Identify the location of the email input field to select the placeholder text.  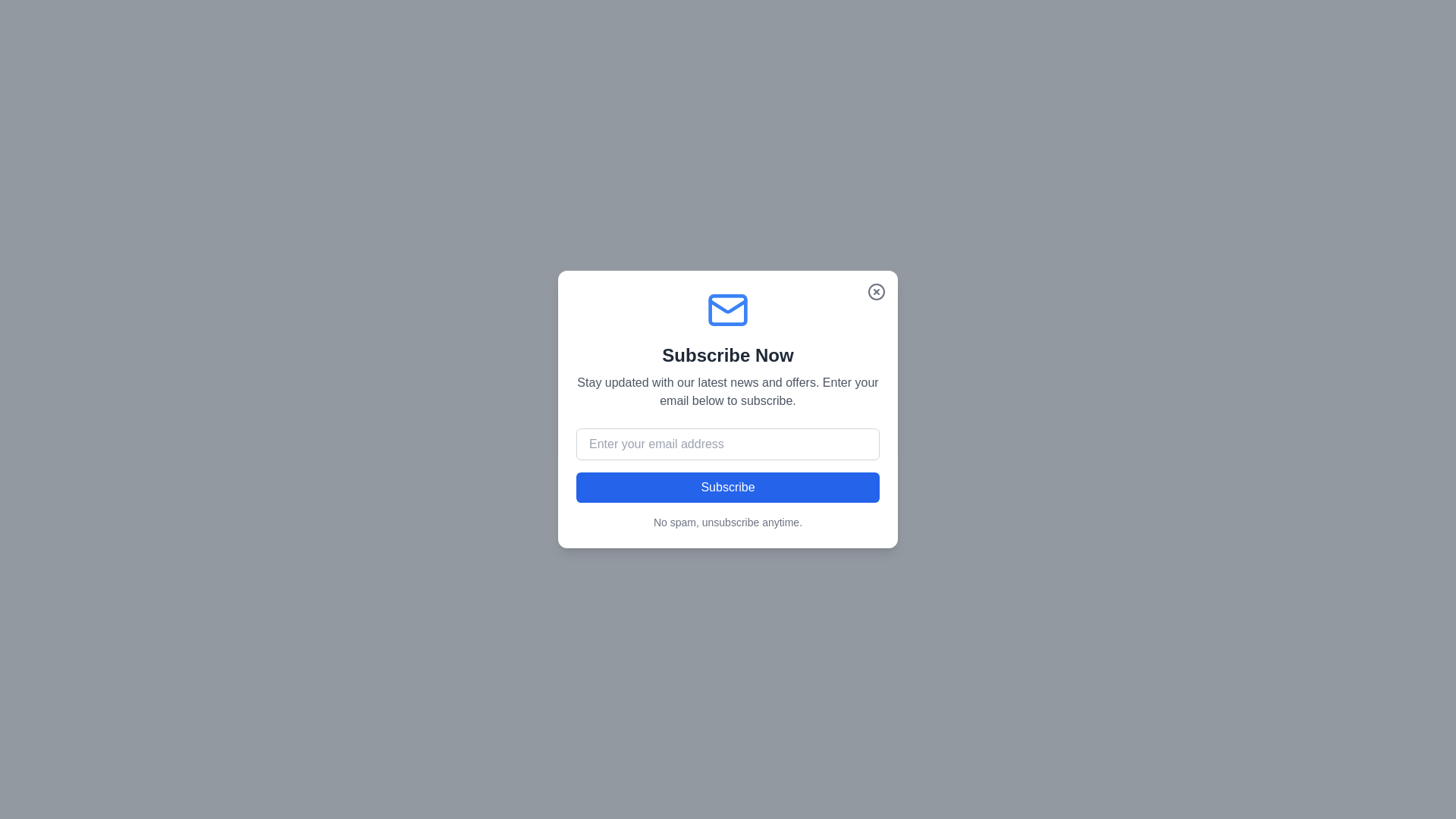
(728, 444).